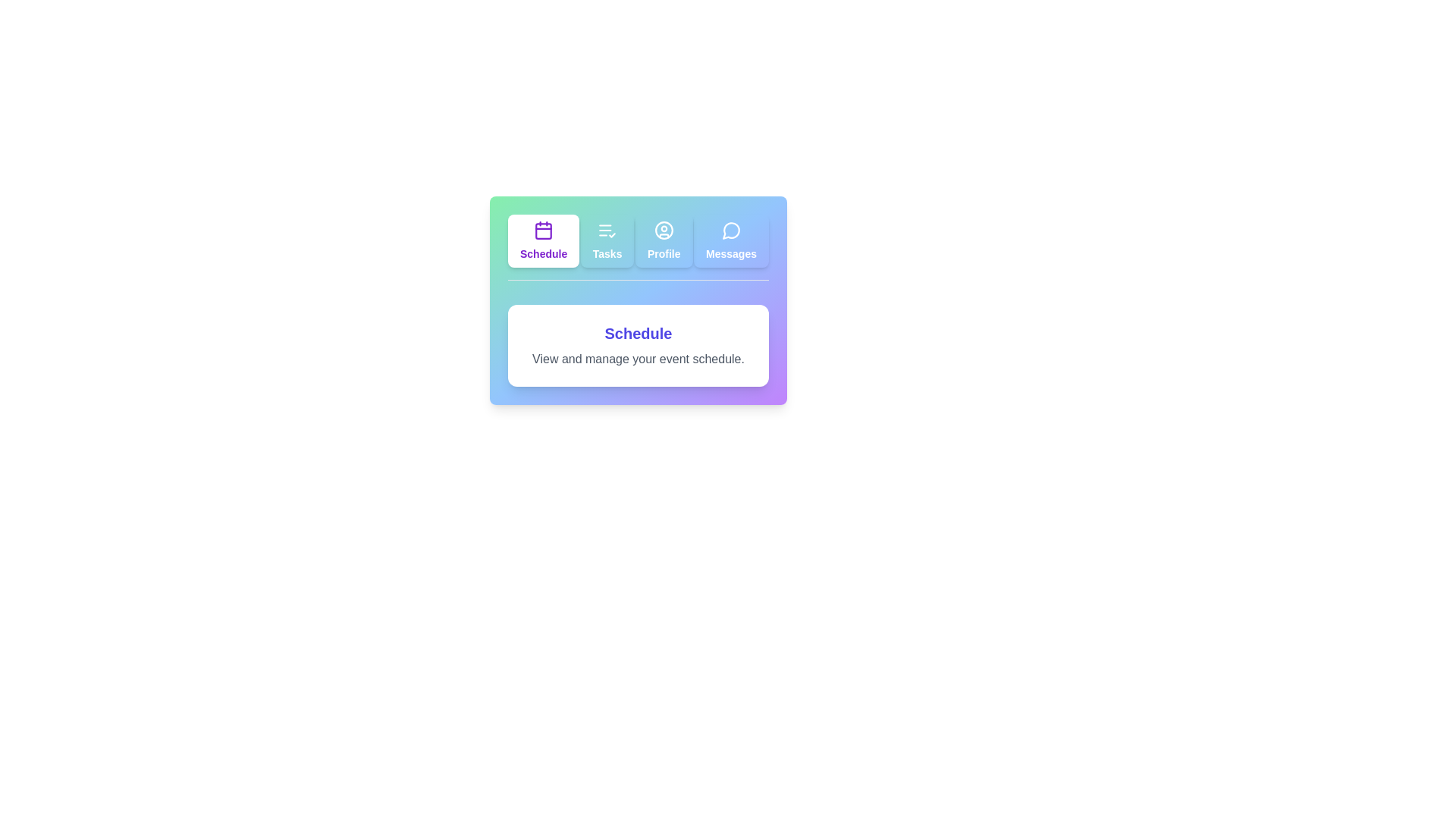 The height and width of the screenshot is (819, 1456). I want to click on the tab labeled Tasks to select it, so click(607, 240).